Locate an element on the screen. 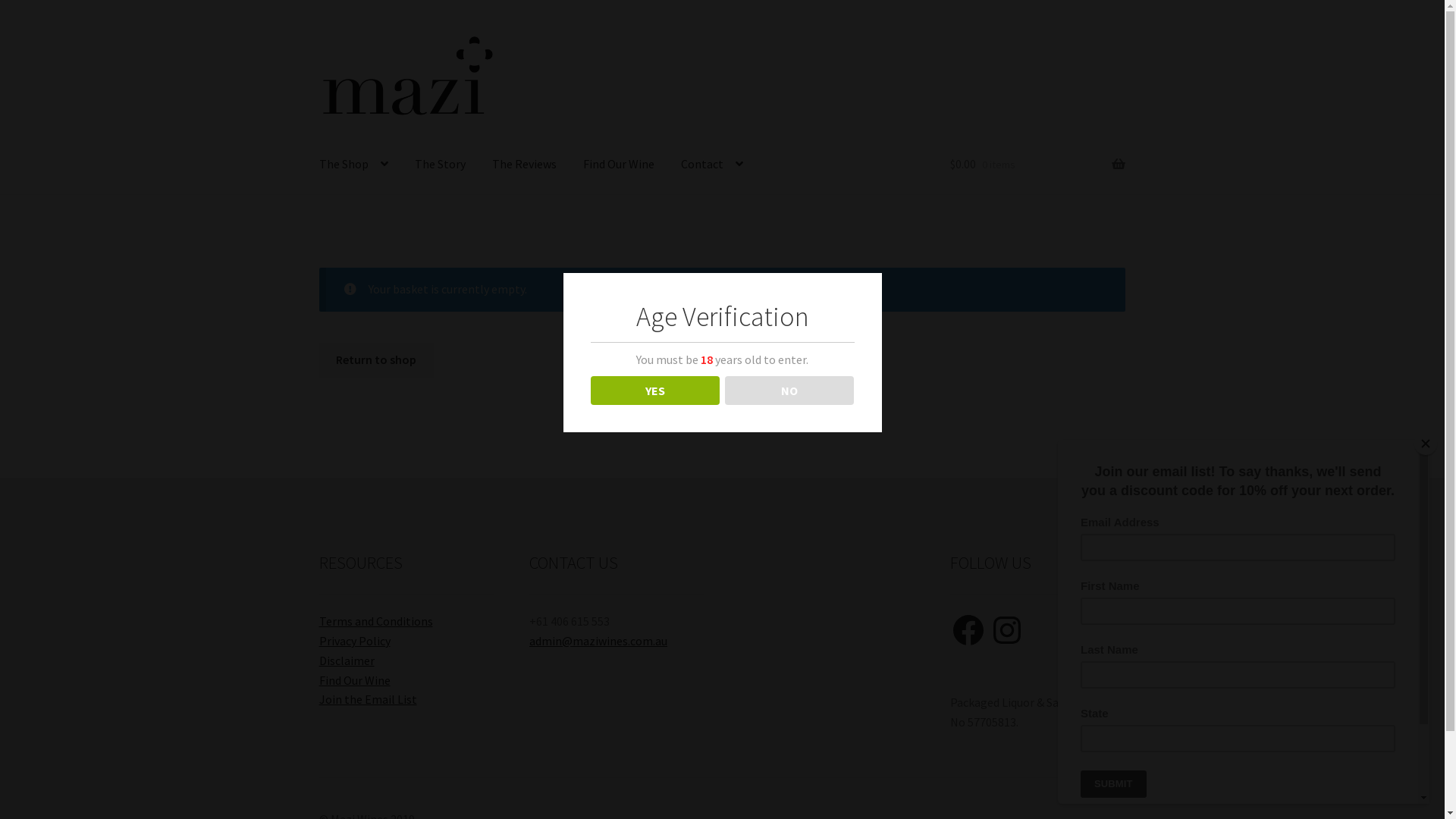  'NO' is located at coordinates (789, 390).